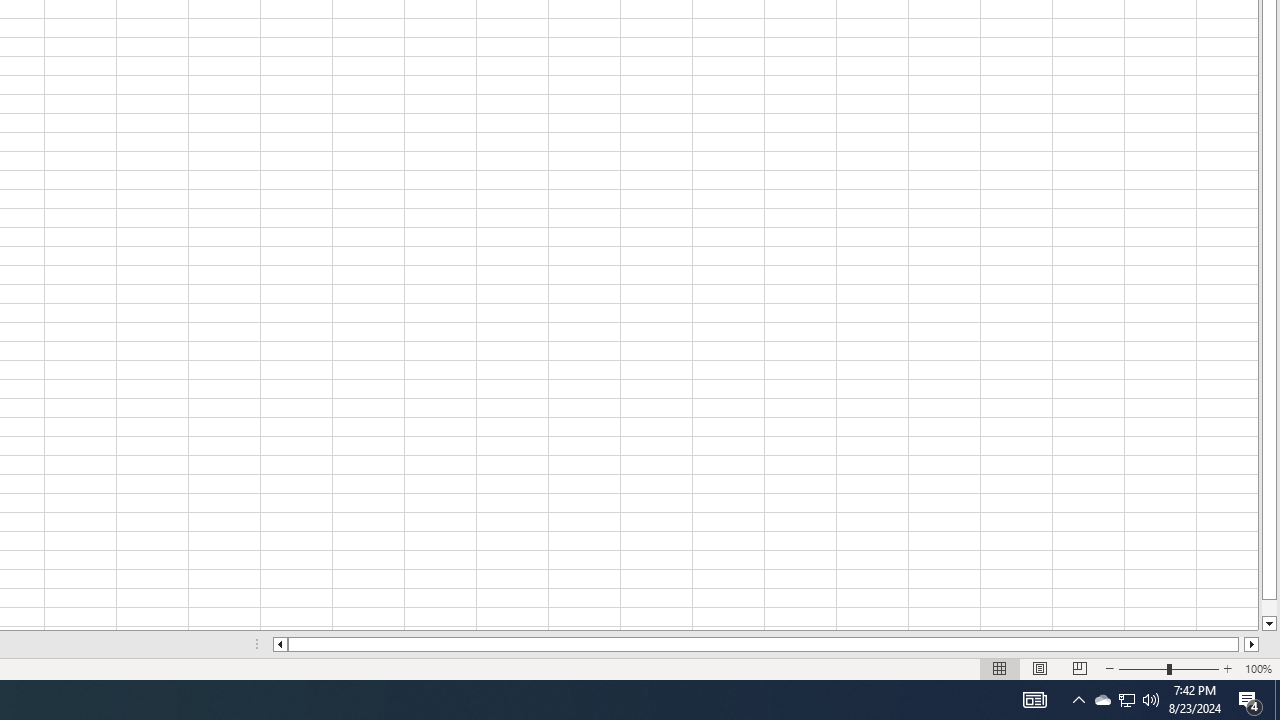 The height and width of the screenshot is (720, 1280). What do you see at coordinates (1168, 669) in the screenshot?
I see `'Zoom'` at bounding box center [1168, 669].